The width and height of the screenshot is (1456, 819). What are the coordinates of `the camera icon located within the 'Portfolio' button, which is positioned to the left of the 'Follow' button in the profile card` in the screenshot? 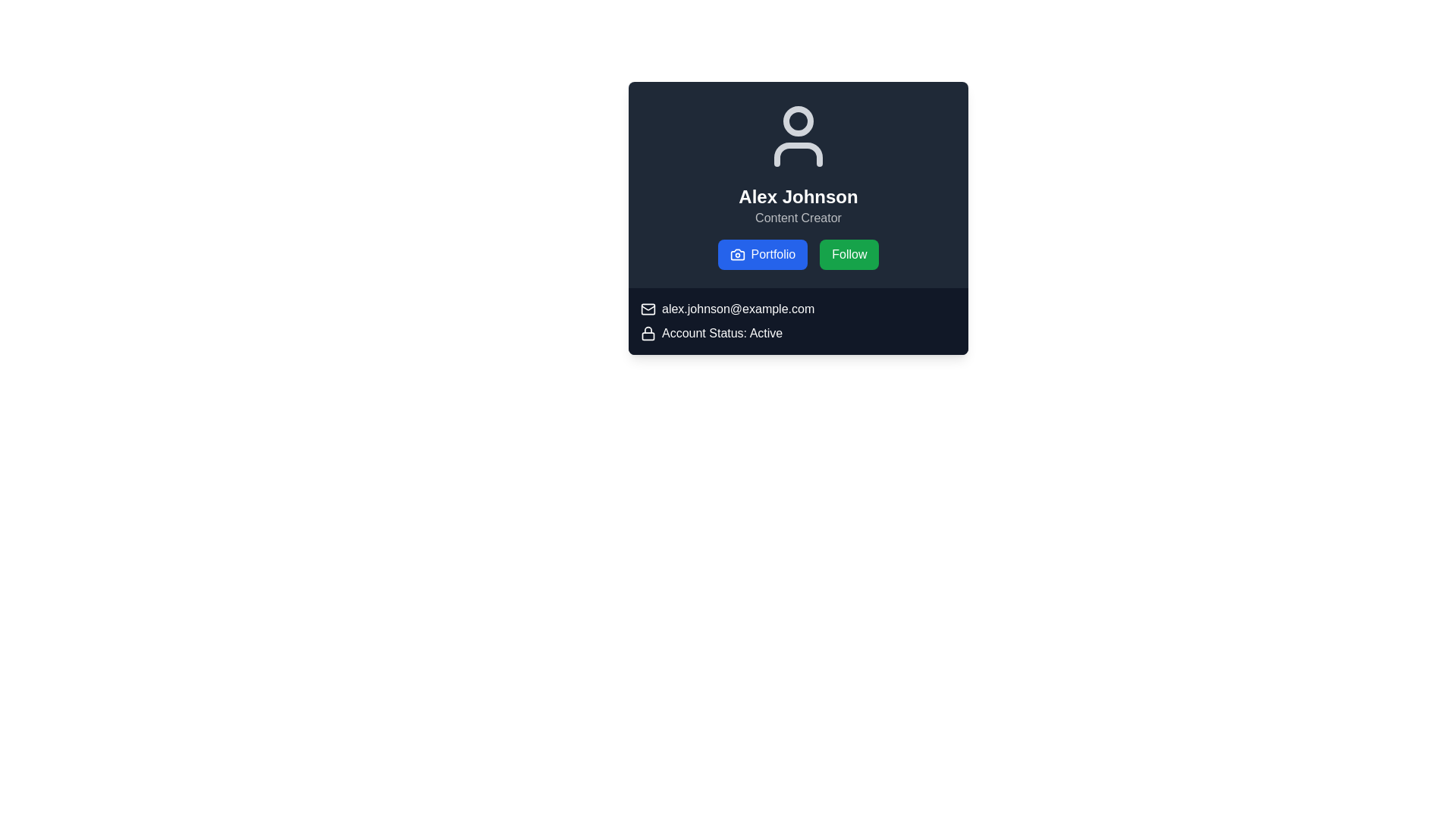 It's located at (737, 253).